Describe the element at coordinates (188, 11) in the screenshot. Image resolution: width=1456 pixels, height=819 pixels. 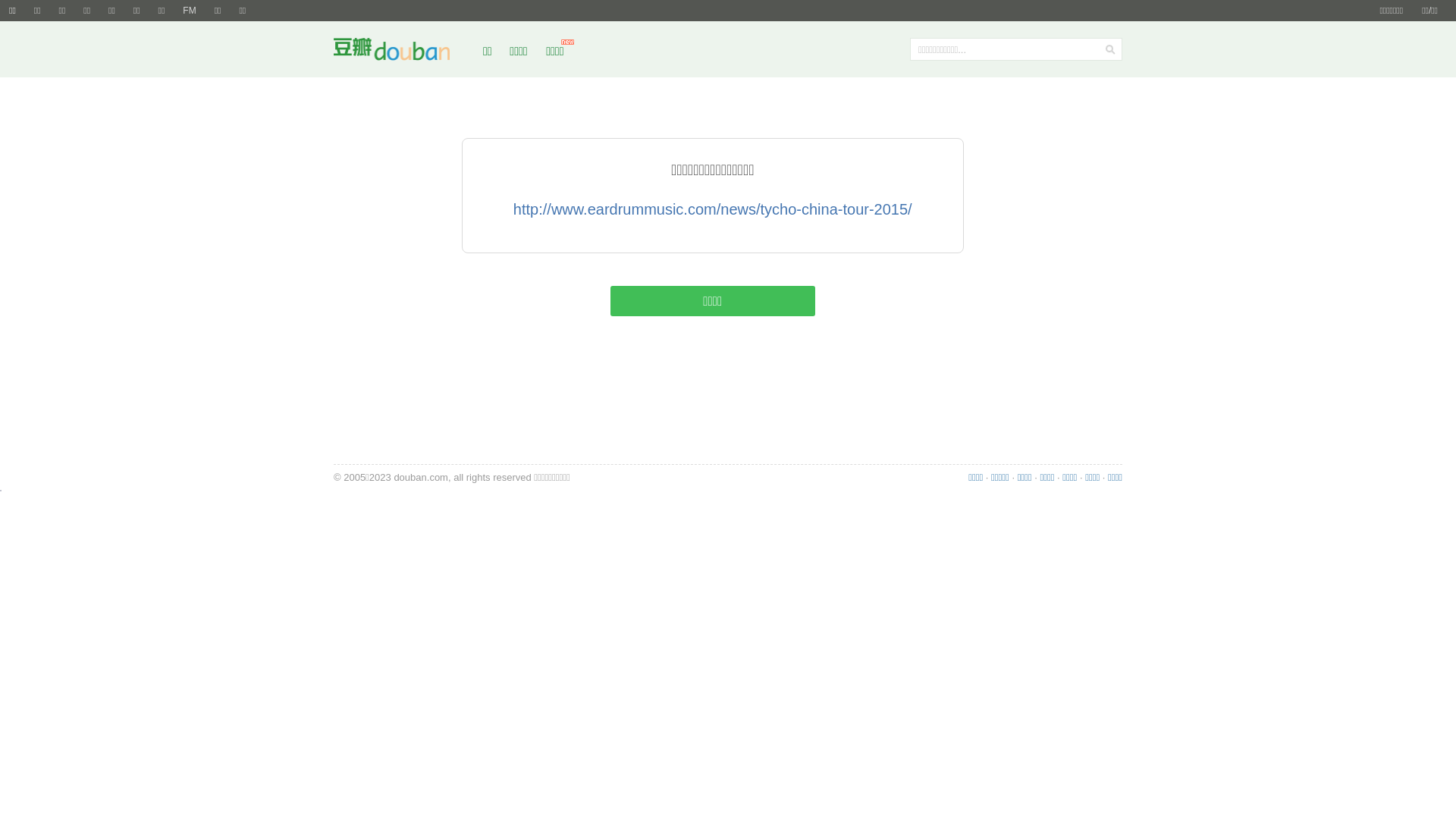
I see `'FM'` at that location.